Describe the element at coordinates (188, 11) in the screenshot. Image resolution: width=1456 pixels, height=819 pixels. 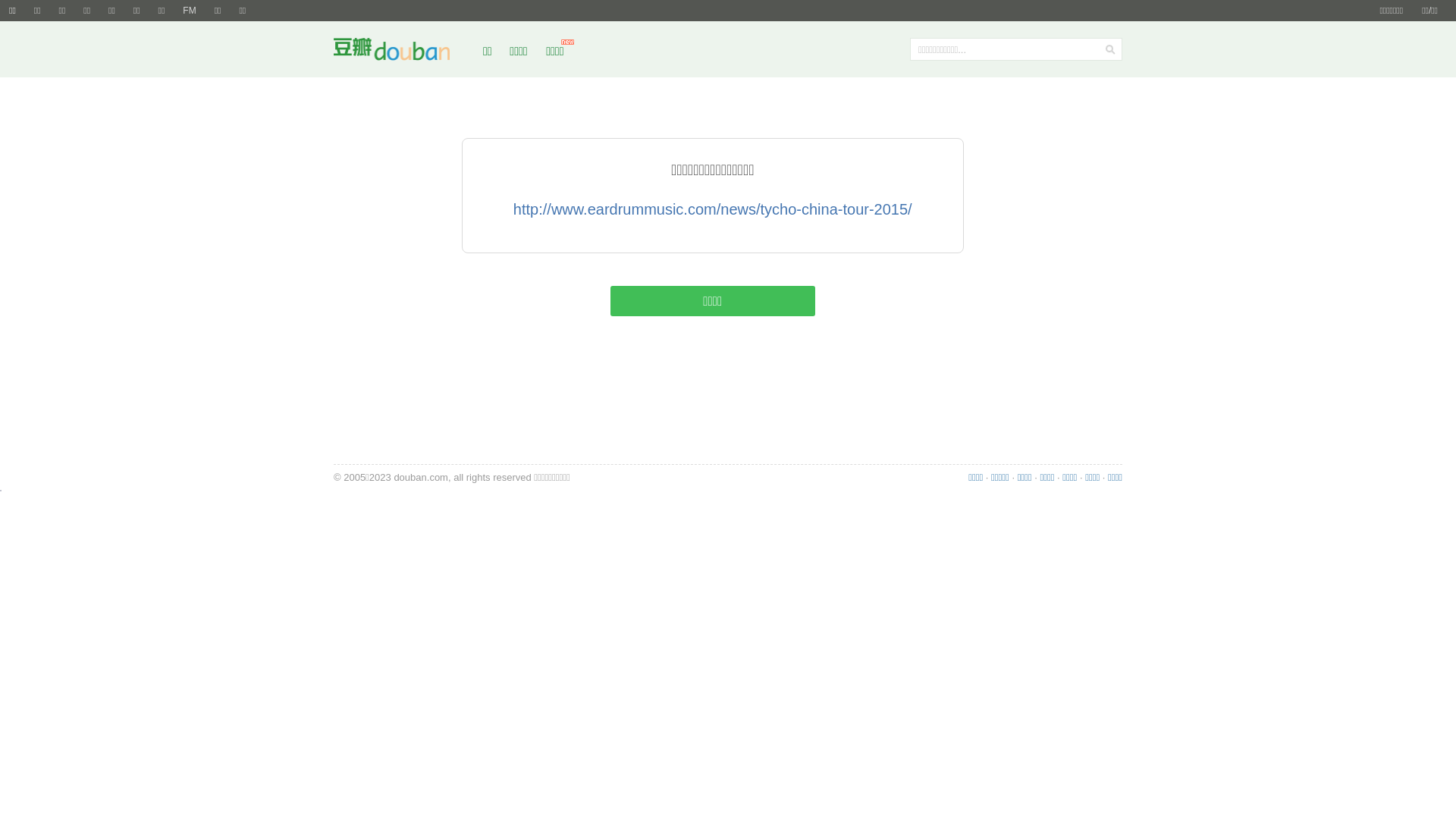
I see `'FM'` at that location.